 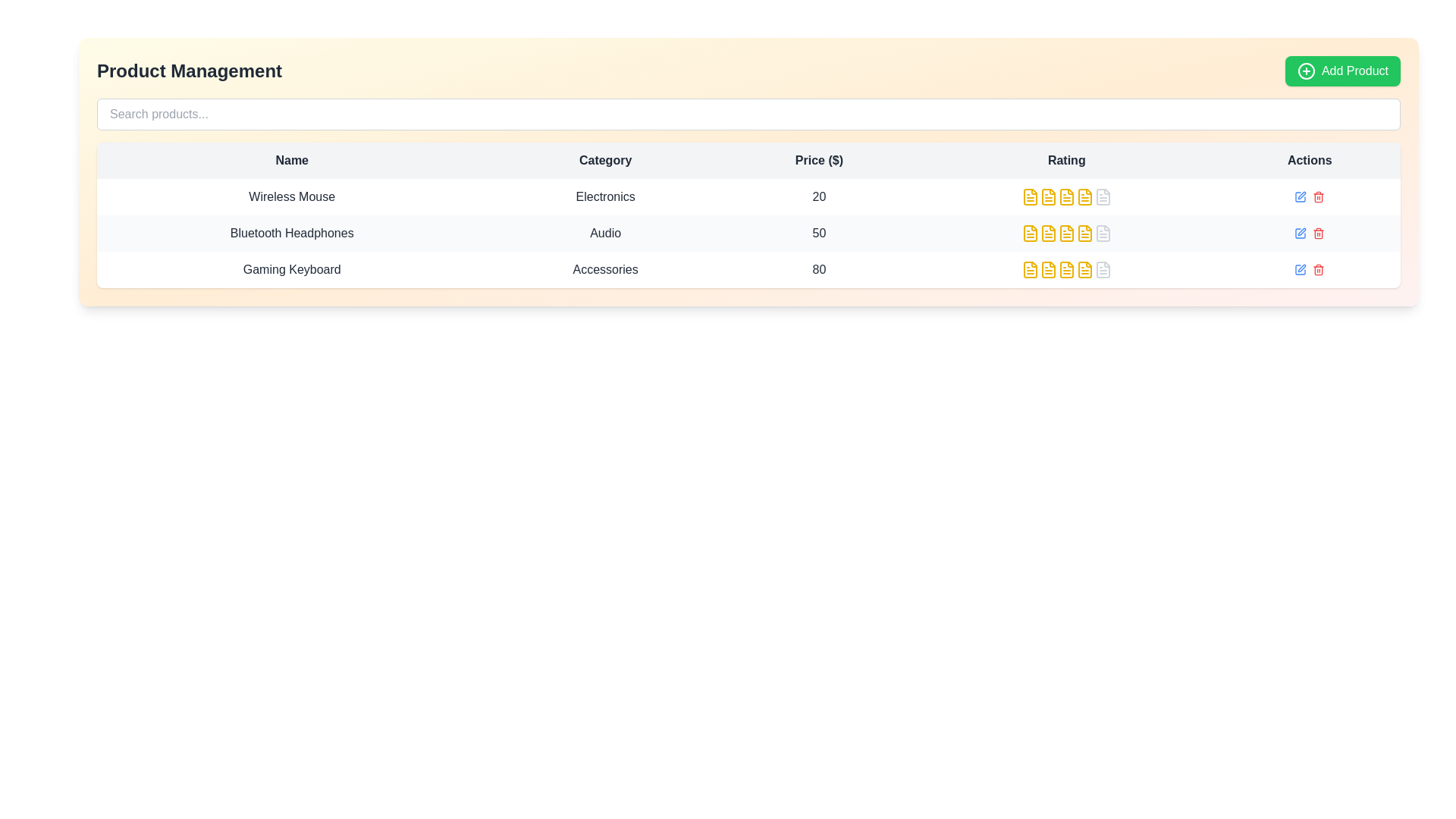 I want to click on the 'Audio' text label, which is centrally aligned in the second column of the 'Bluetooth Headphones' row in the table, so click(x=604, y=234).